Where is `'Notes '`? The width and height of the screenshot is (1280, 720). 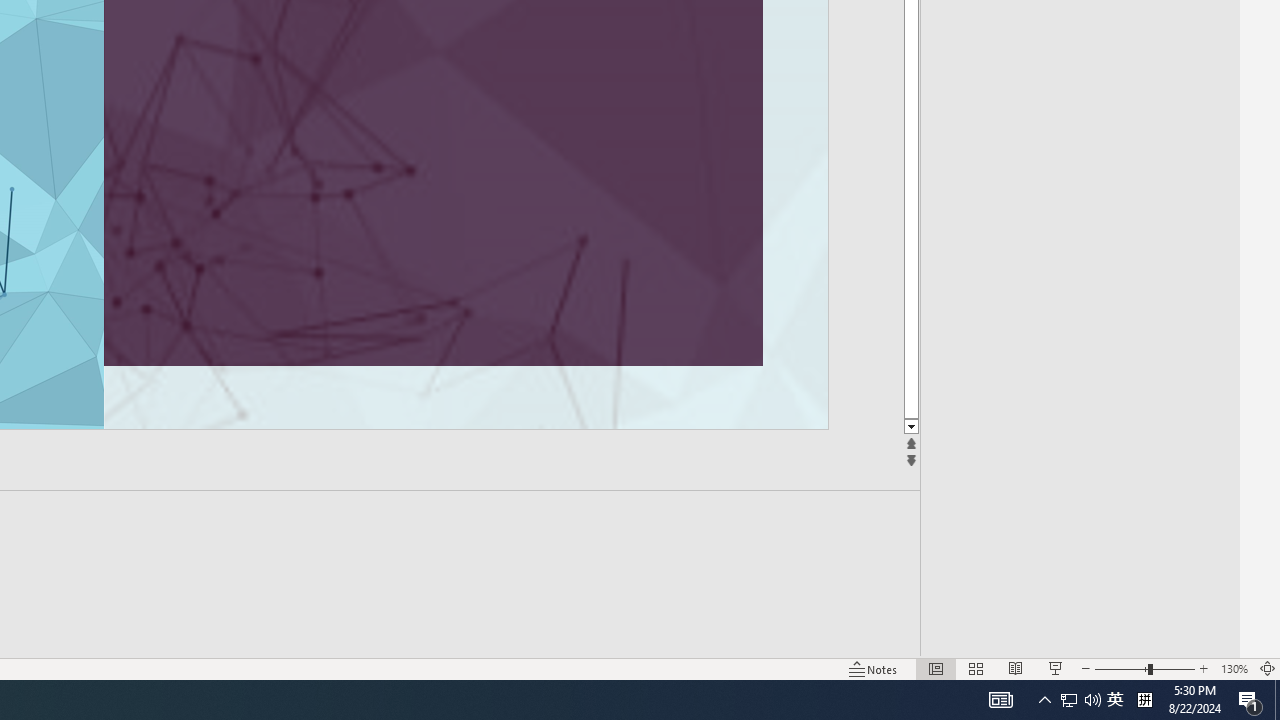 'Notes ' is located at coordinates (874, 669).